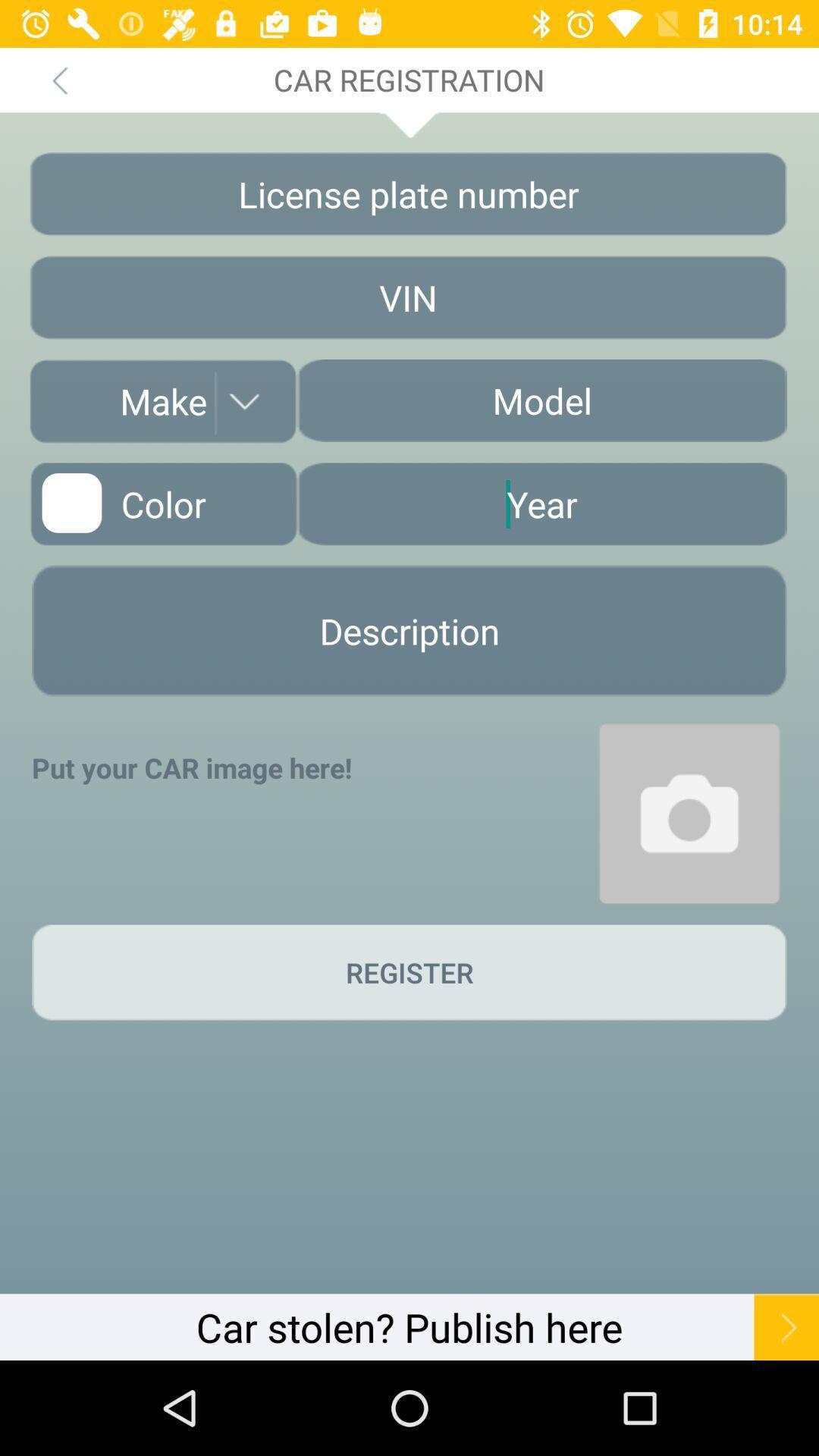 The image size is (819, 1456). What do you see at coordinates (409, 631) in the screenshot?
I see `description of vehicle` at bounding box center [409, 631].